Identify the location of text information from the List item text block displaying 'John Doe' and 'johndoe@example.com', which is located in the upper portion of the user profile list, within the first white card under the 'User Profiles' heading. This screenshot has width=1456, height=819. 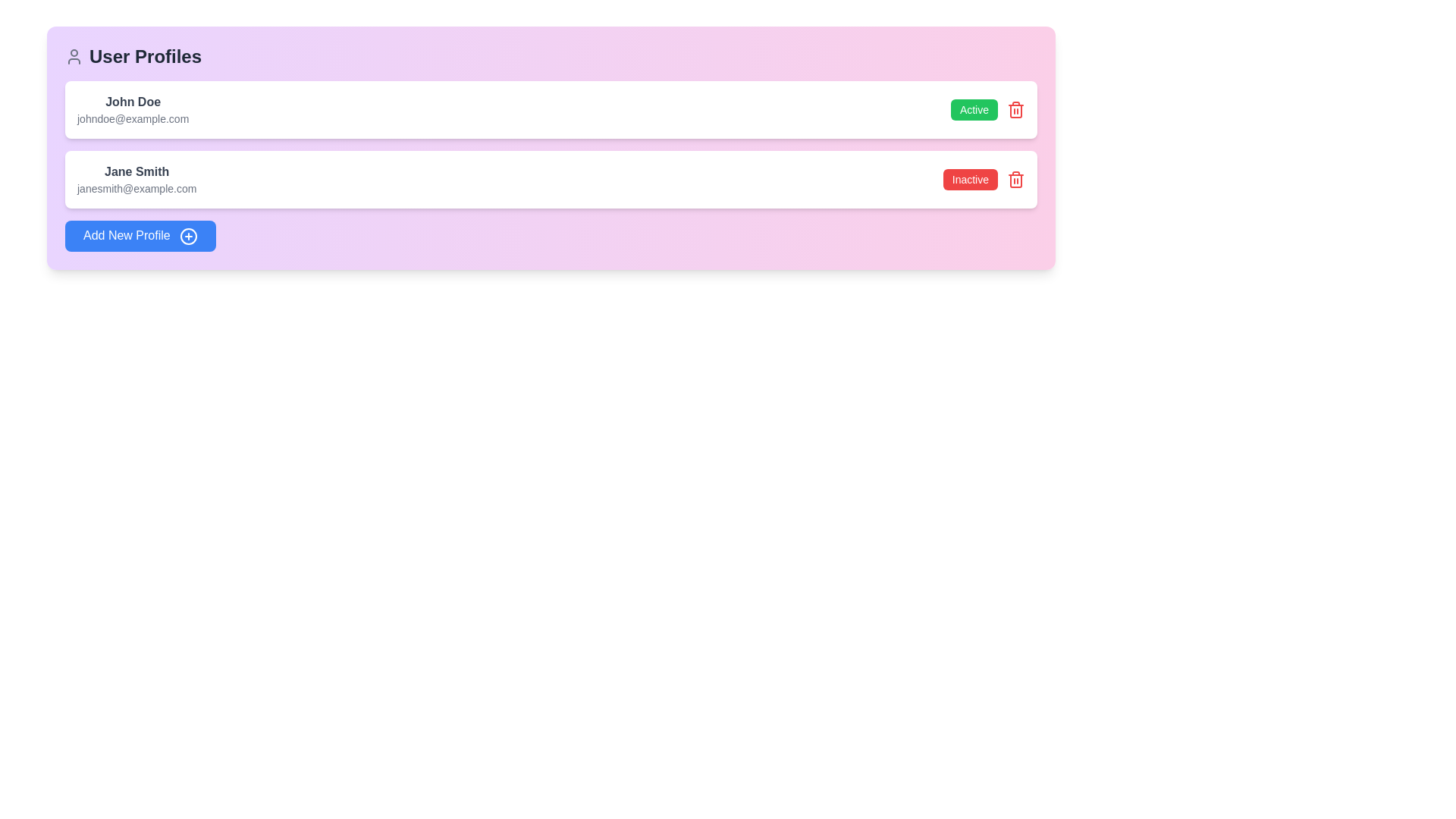
(133, 109).